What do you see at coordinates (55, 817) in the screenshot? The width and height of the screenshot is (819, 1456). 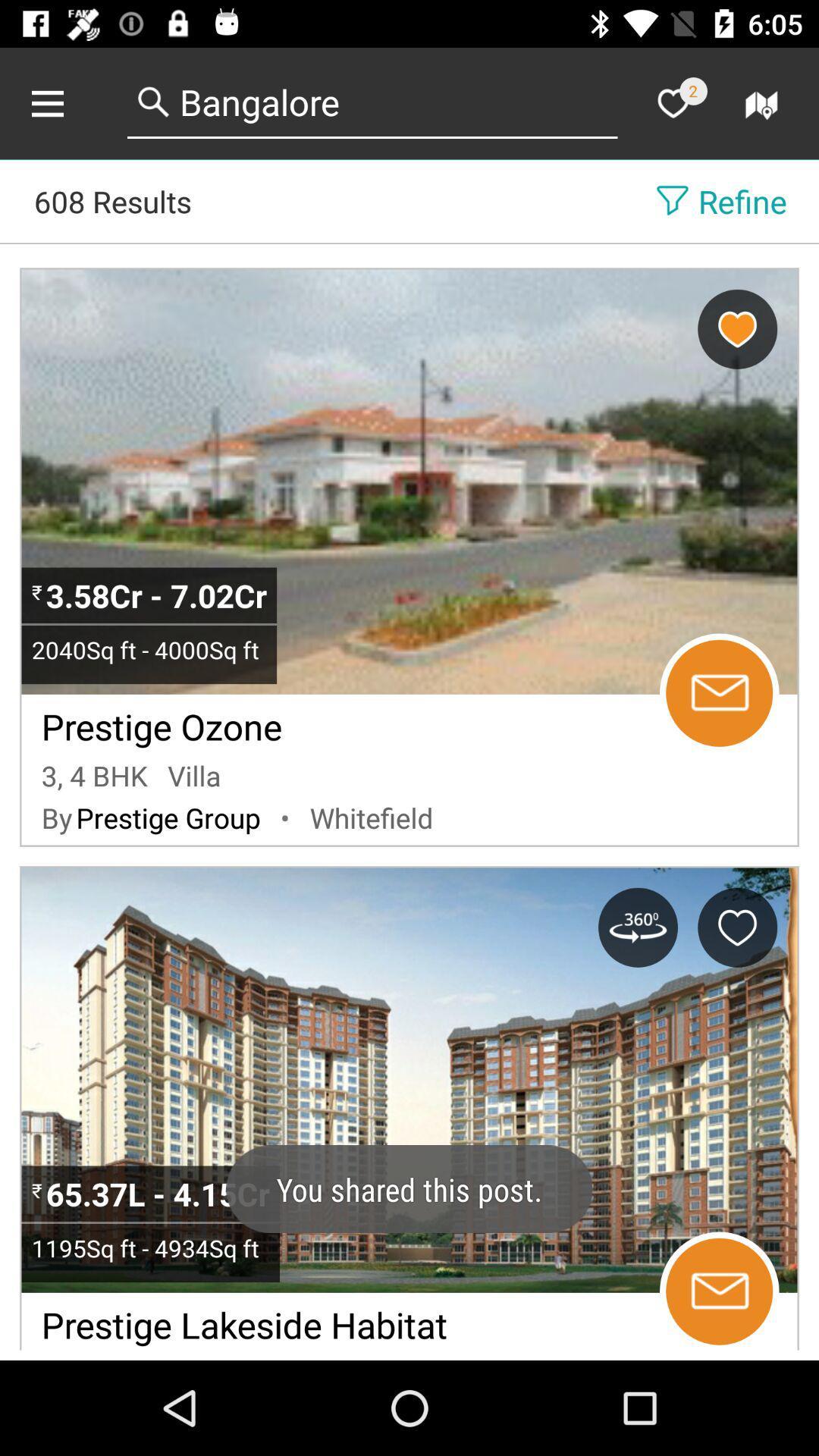 I see `item below the 3, 4 bhk item` at bounding box center [55, 817].